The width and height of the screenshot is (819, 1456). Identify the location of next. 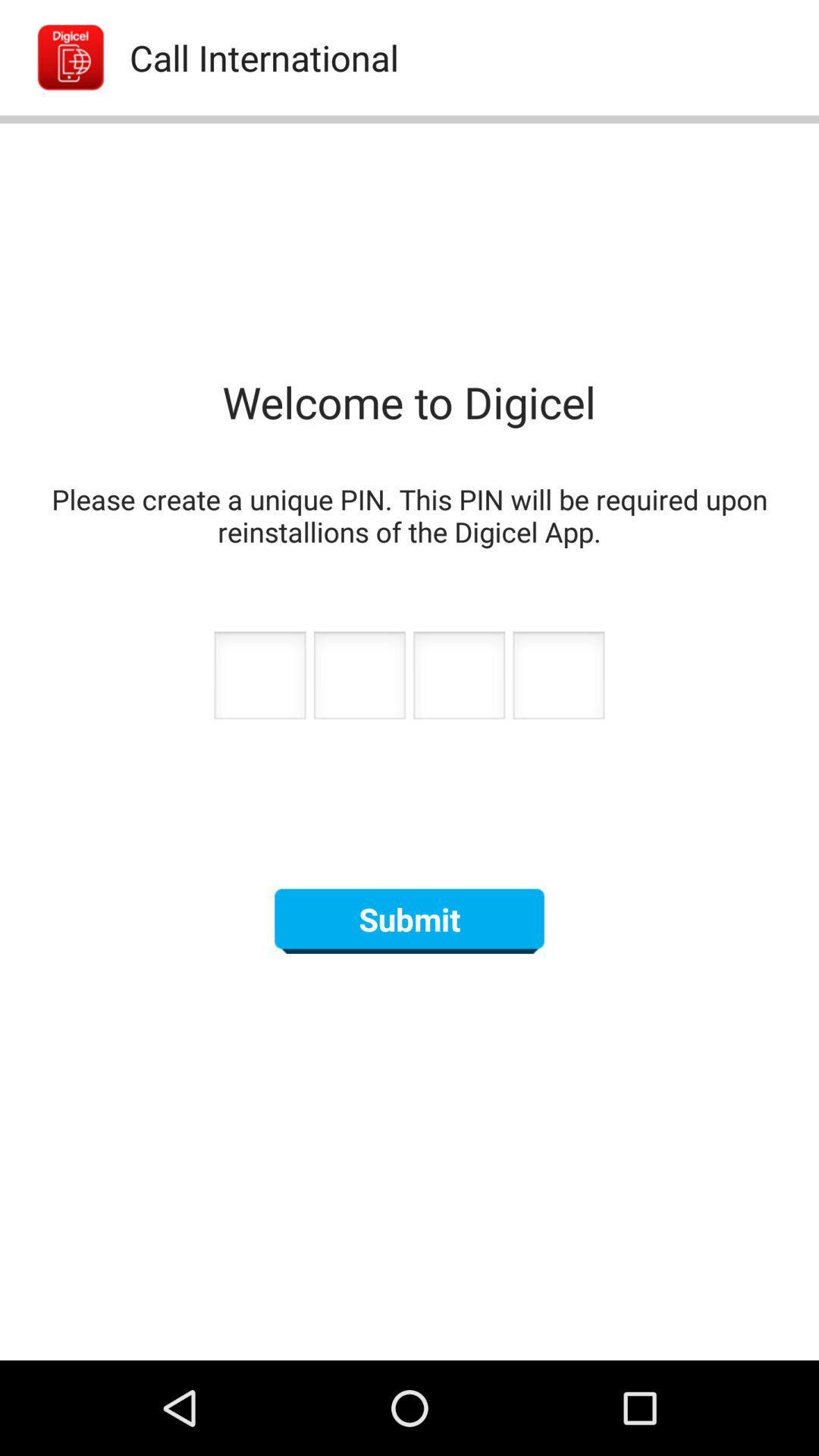
(558, 679).